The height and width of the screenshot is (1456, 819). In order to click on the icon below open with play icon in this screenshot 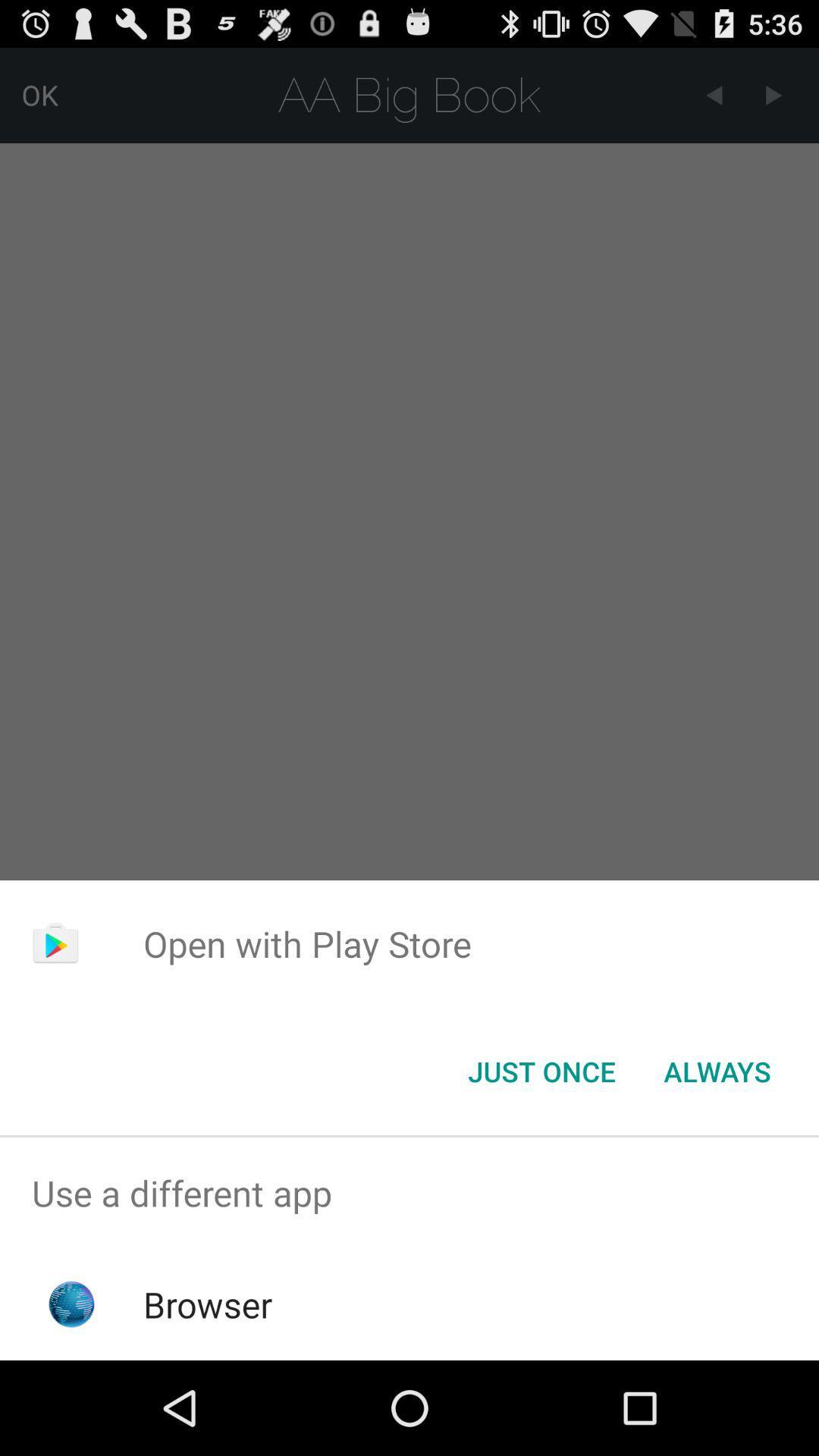, I will do `click(541, 1070)`.